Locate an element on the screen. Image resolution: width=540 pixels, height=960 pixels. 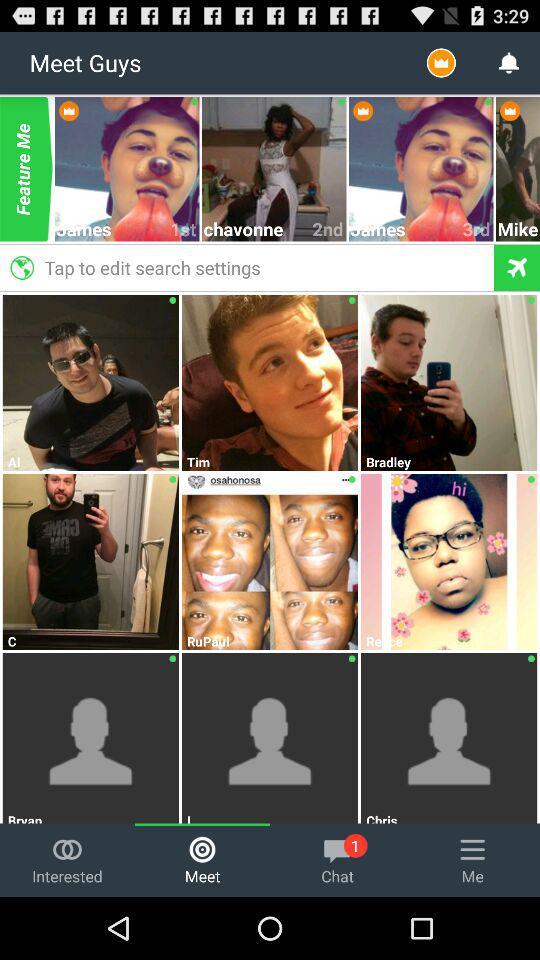
icon next to james item is located at coordinates (476, 229).